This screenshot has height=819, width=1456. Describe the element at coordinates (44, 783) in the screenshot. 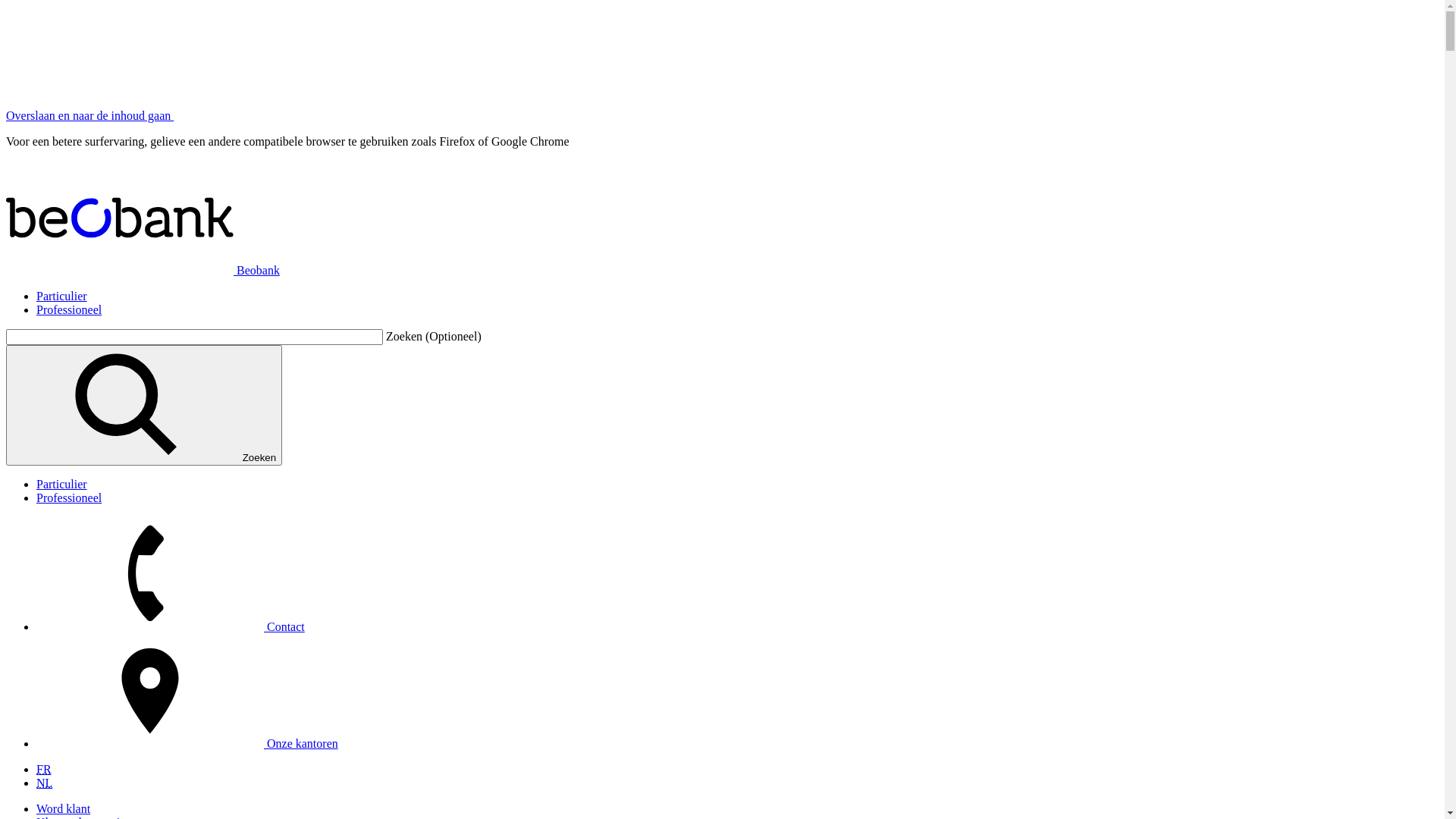

I see `'NL'` at that location.